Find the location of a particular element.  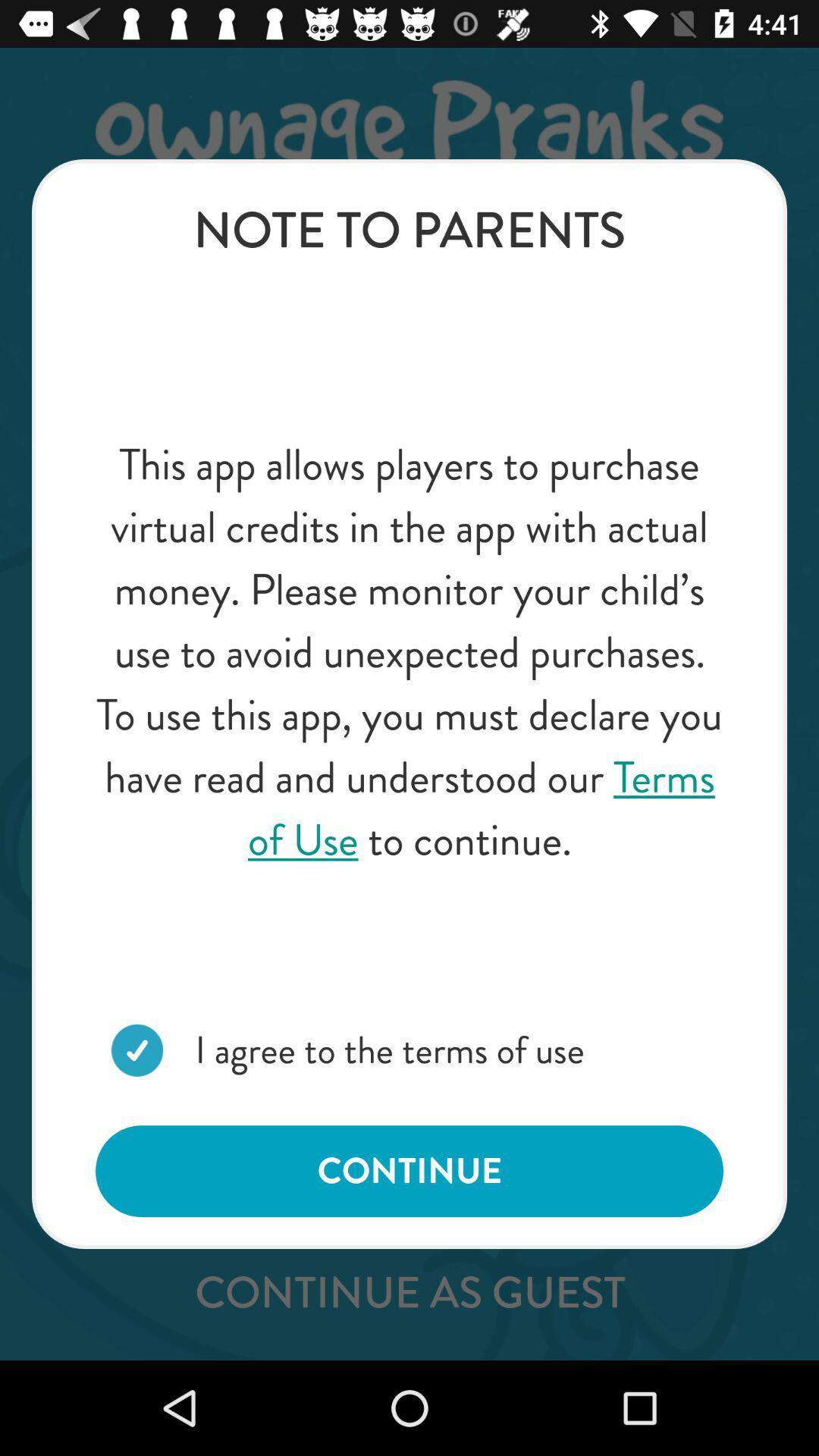

the this app allows is located at coordinates (409, 652).